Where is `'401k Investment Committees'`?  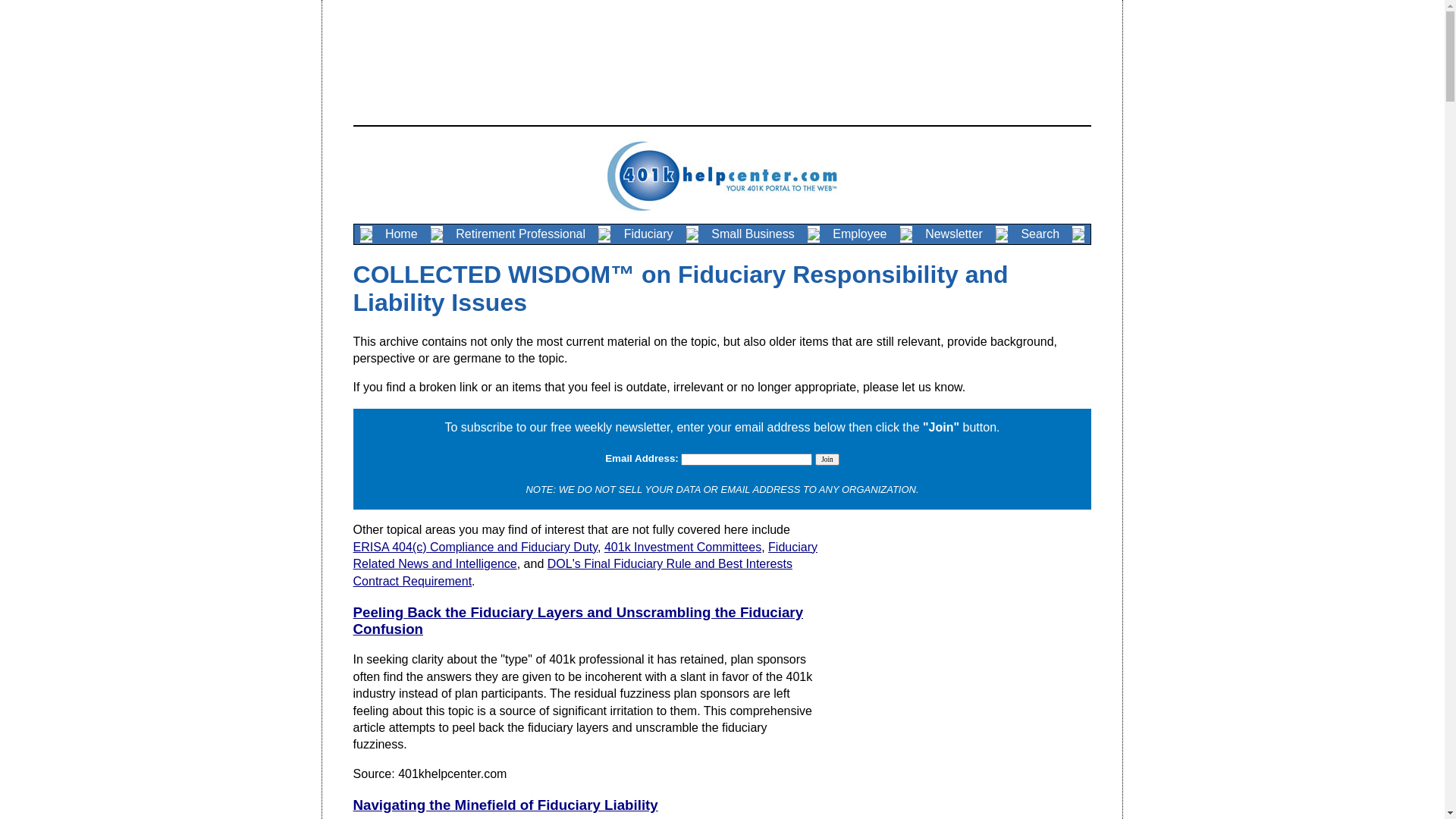
'401k Investment Committees' is located at coordinates (603, 547).